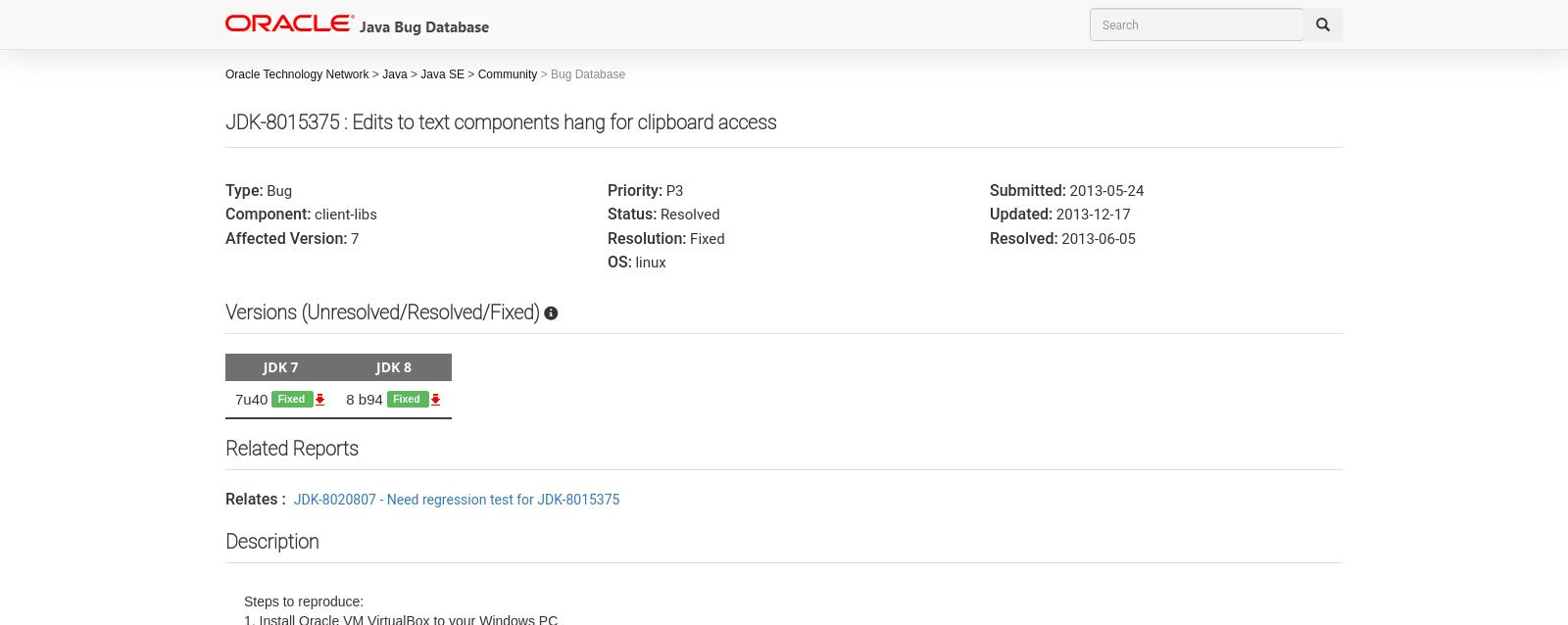 This screenshot has height=625, width=1568. What do you see at coordinates (271, 541) in the screenshot?
I see `'Description'` at bounding box center [271, 541].